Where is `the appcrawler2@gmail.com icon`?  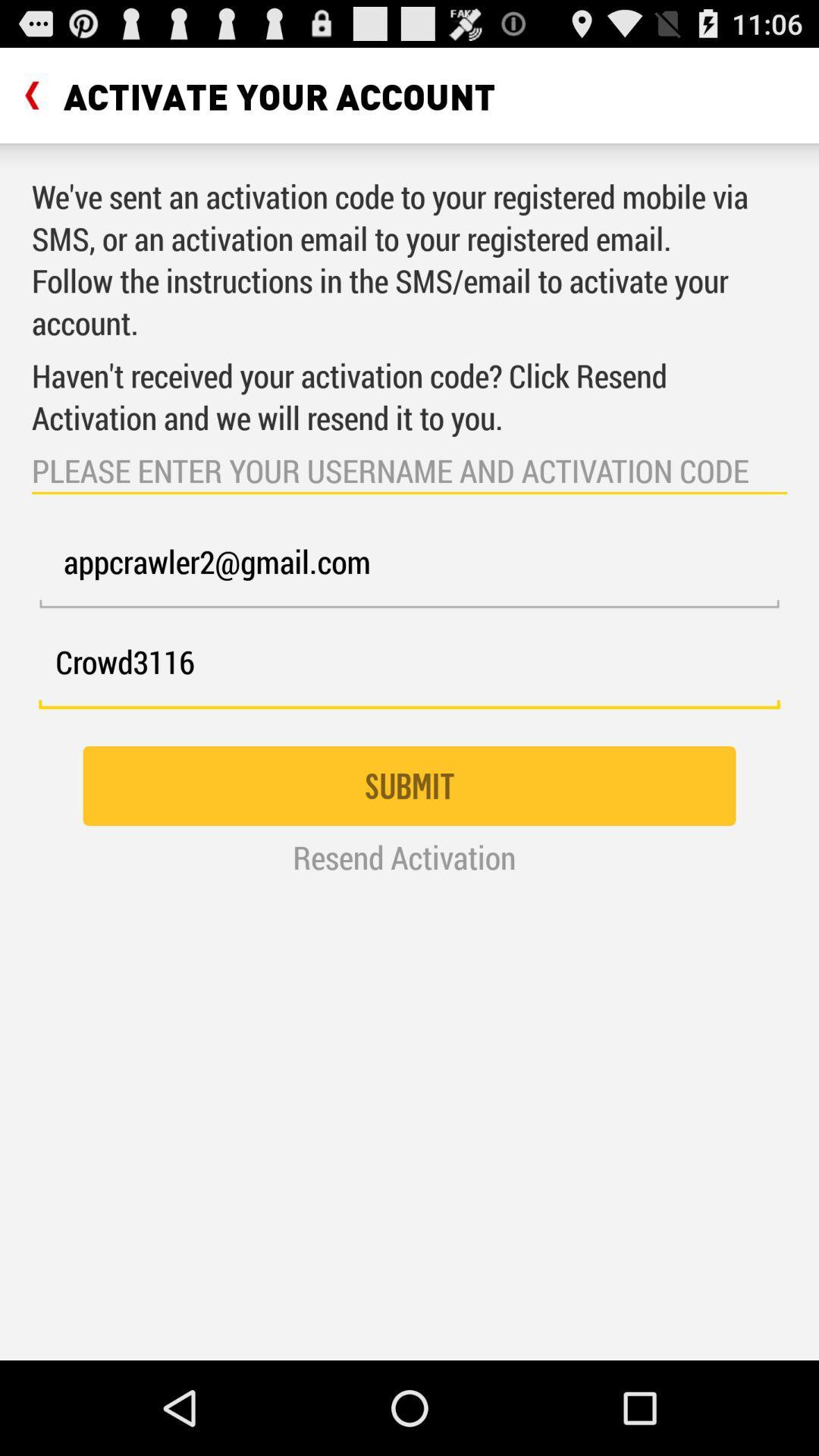 the appcrawler2@gmail.com icon is located at coordinates (409, 570).